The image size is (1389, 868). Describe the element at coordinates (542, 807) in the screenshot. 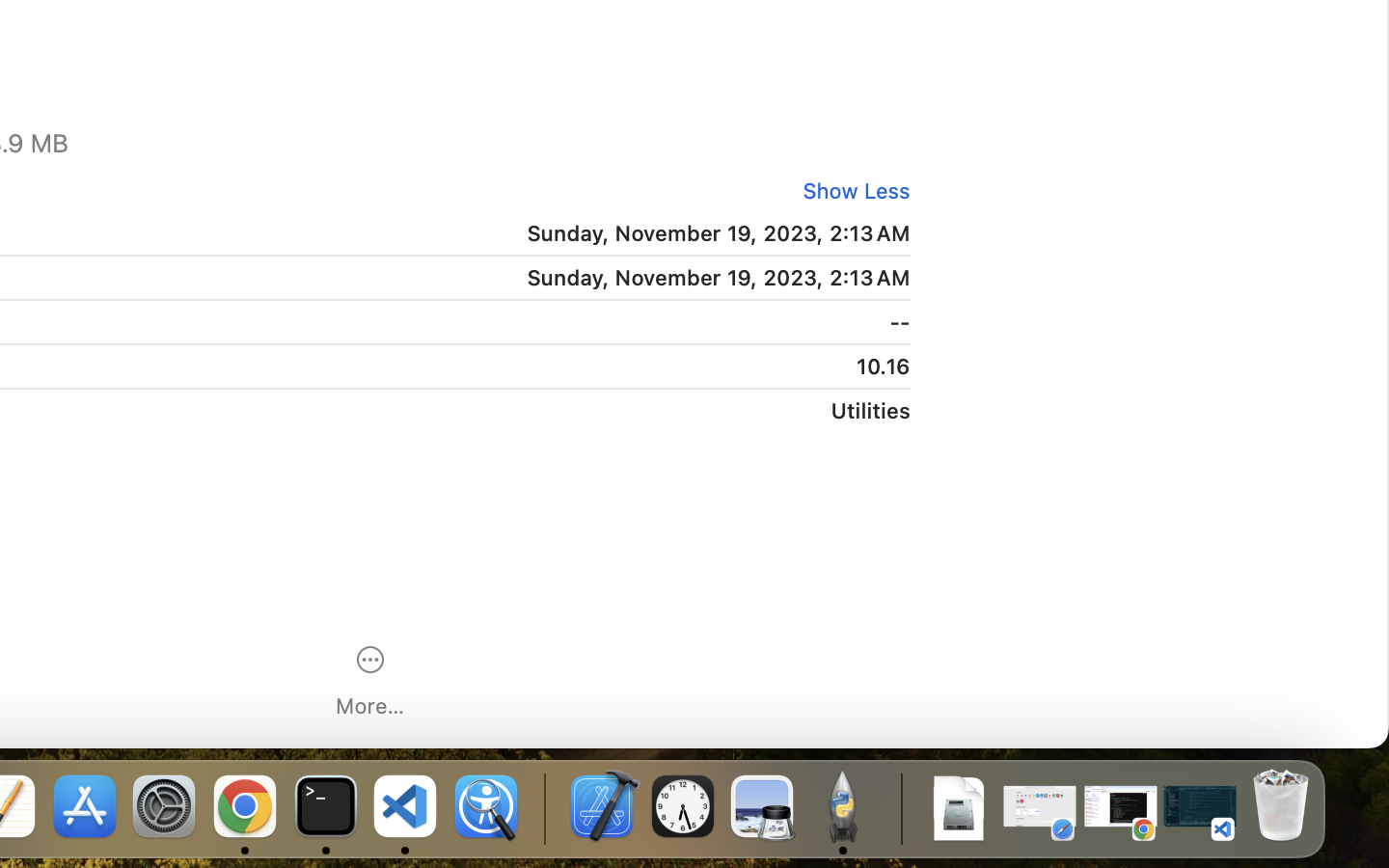

I see `'0.4285714328289032'` at that location.